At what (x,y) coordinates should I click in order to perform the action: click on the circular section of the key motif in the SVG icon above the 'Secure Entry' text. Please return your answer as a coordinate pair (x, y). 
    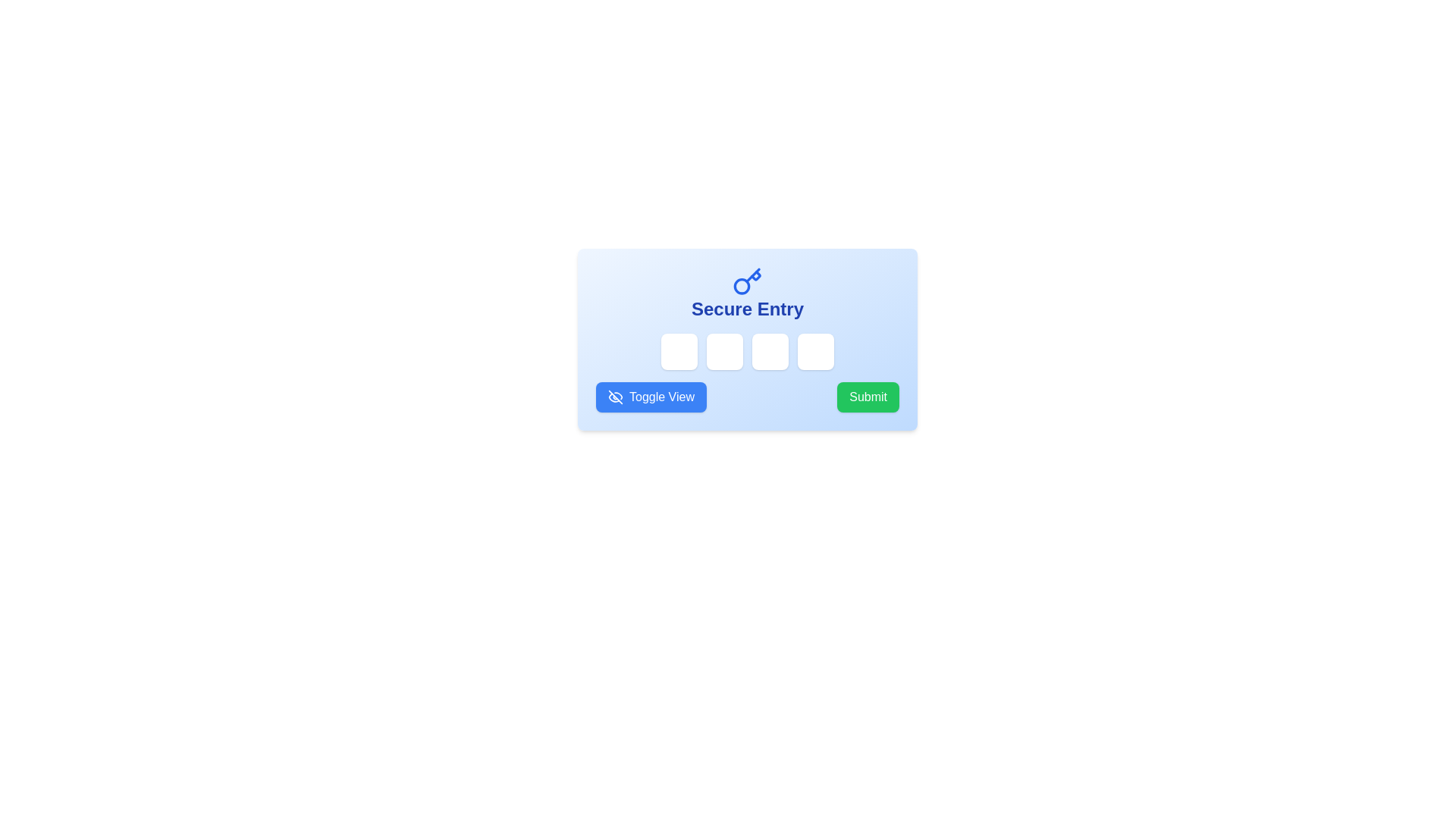
    Looking at the image, I should click on (755, 275).